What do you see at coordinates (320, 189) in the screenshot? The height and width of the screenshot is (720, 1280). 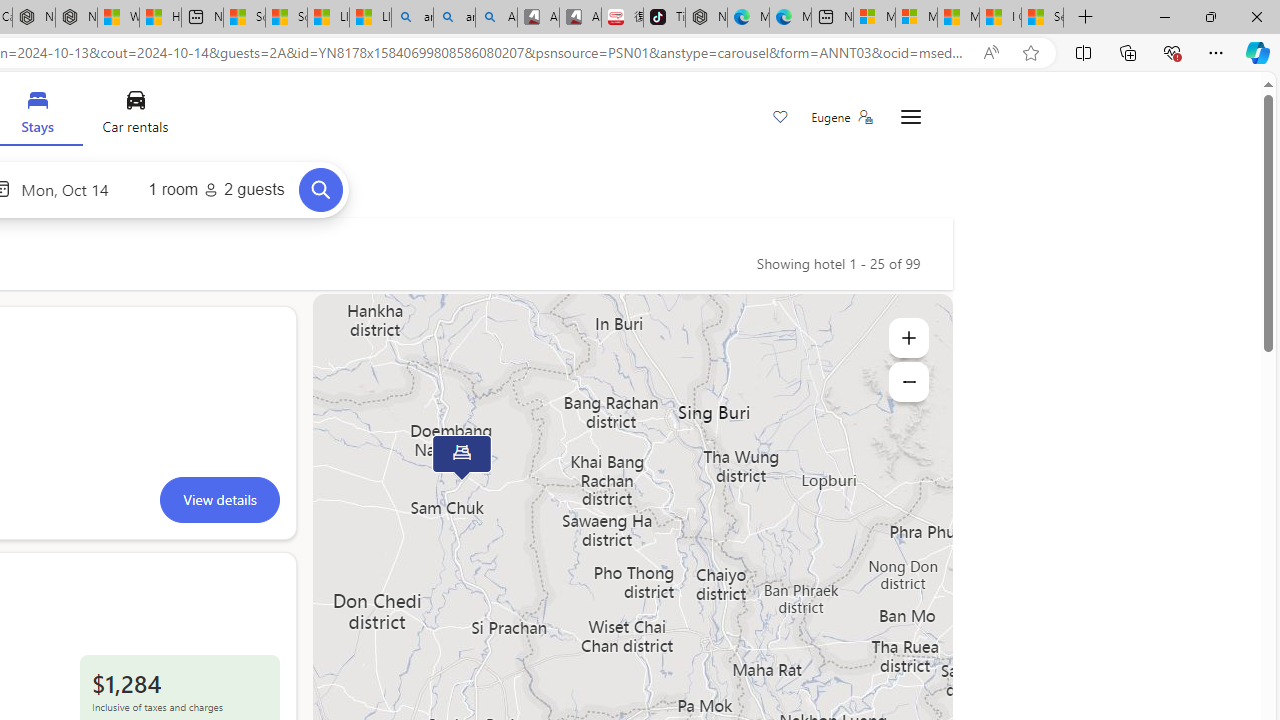 I see `'Search'` at bounding box center [320, 189].